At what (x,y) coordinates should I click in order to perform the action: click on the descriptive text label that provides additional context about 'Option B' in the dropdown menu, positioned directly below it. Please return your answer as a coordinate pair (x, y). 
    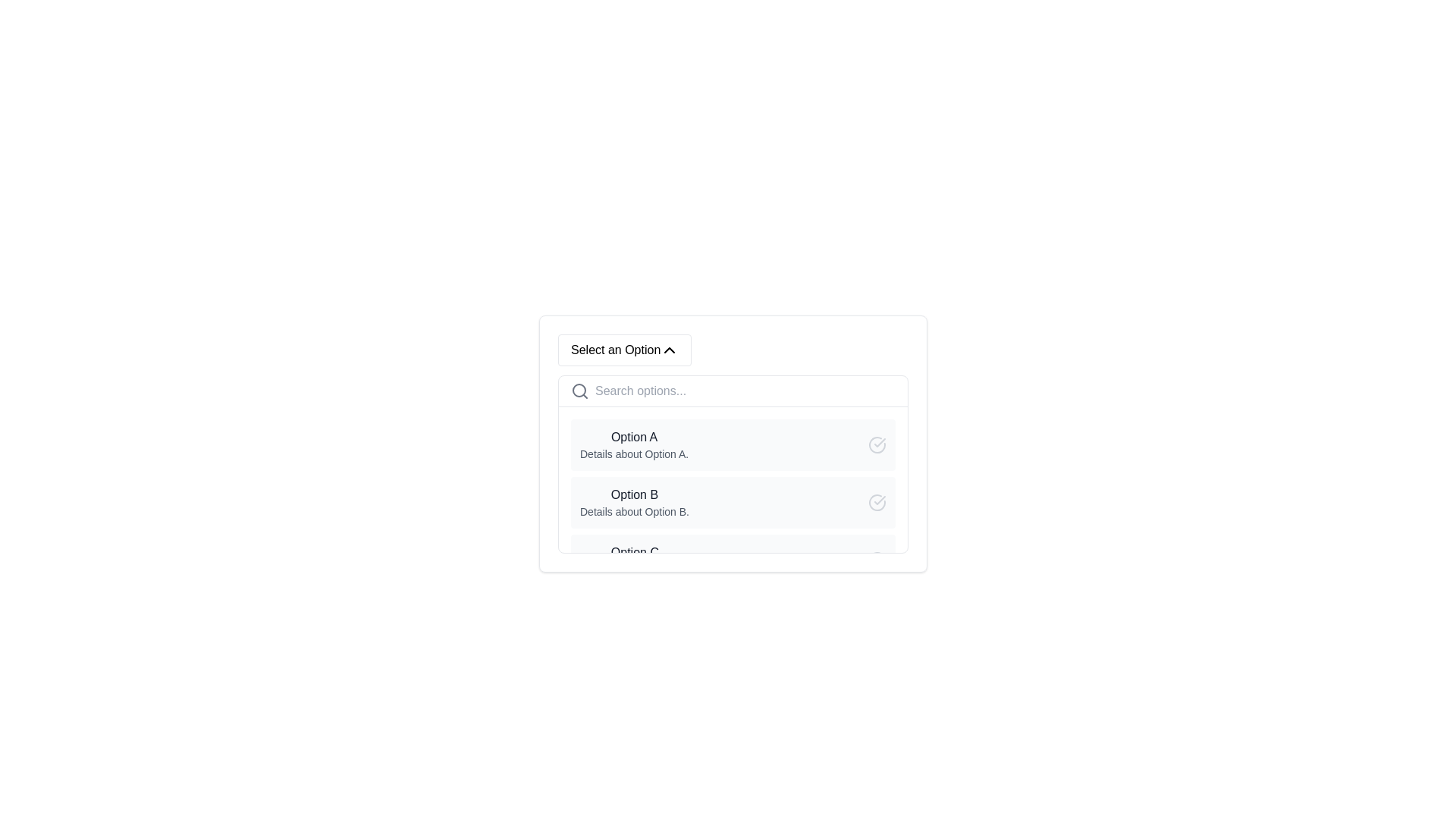
    Looking at the image, I should click on (634, 512).